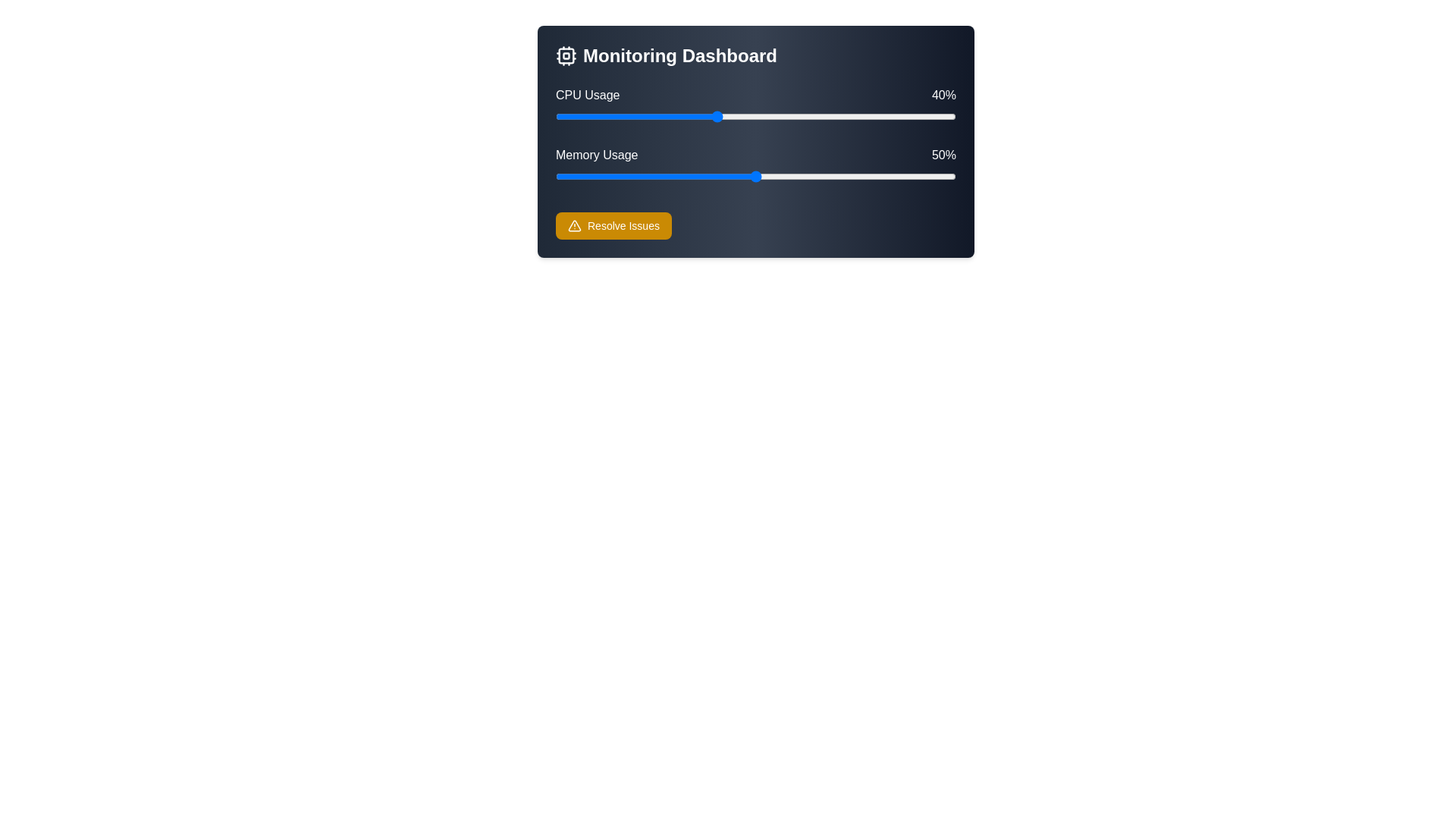 The width and height of the screenshot is (1456, 819). Describe the element at coordinates (896, 116) in the screenshot. I see `CPU usage` at that location.